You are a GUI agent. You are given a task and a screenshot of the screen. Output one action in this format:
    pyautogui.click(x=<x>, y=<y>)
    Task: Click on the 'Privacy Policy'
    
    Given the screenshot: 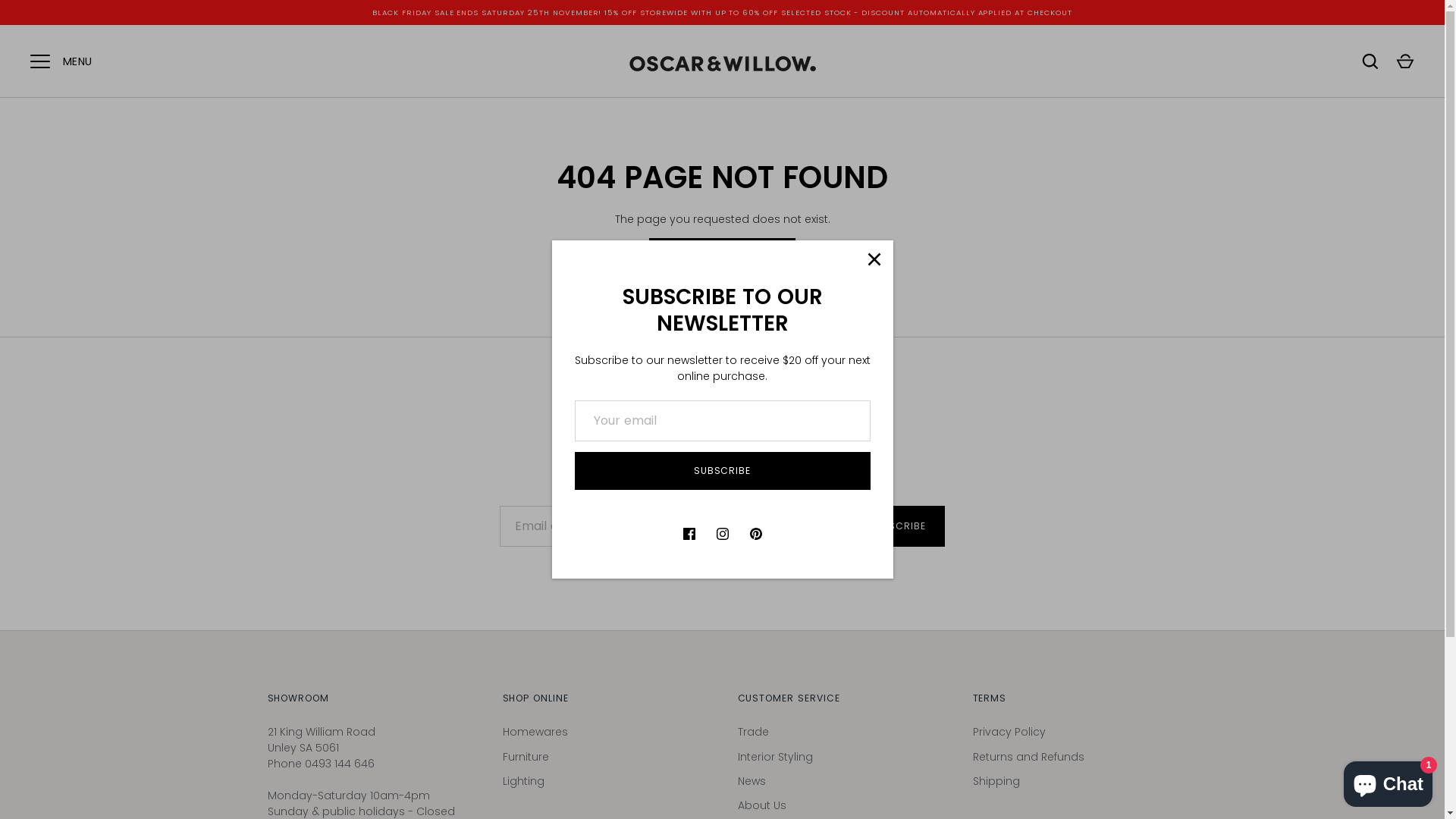 What is the action you would take?
    pyautogui.click(x=1008, y=730)
    